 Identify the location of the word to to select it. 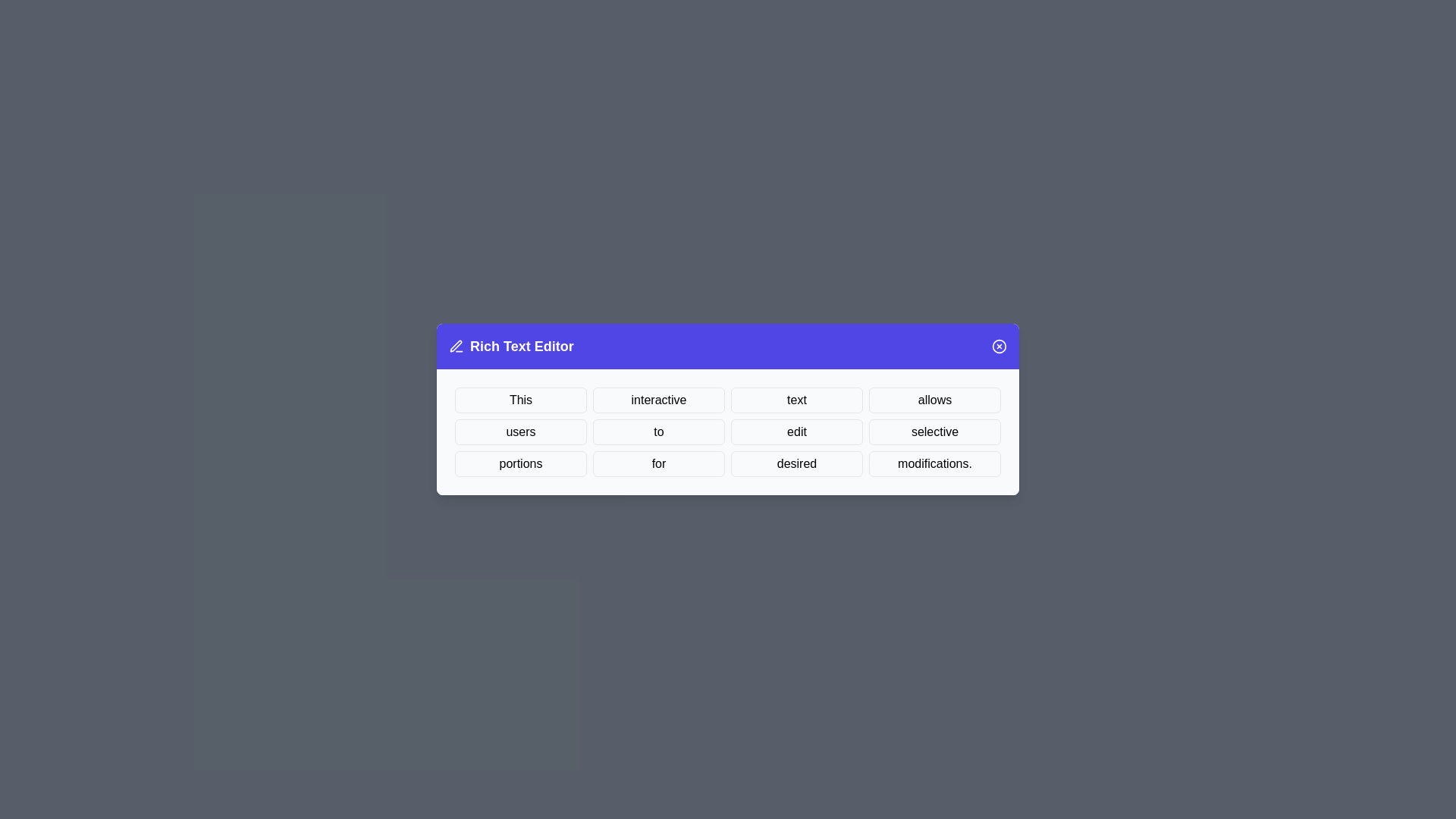
(658, 432).